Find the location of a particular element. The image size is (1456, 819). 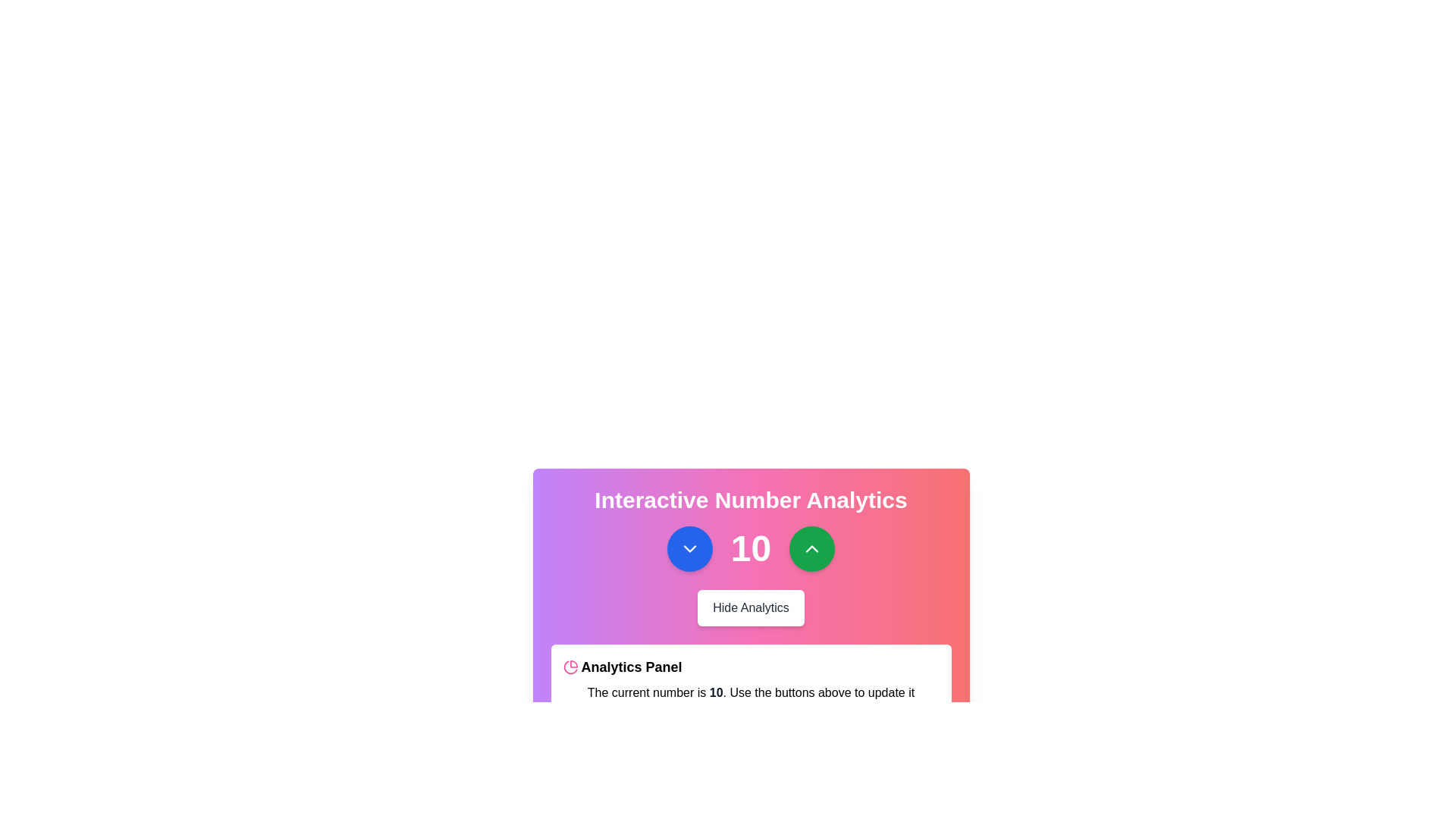

the toggle button located centrally below the numeric display and two circular buttons is located at coordinates (751, 607).